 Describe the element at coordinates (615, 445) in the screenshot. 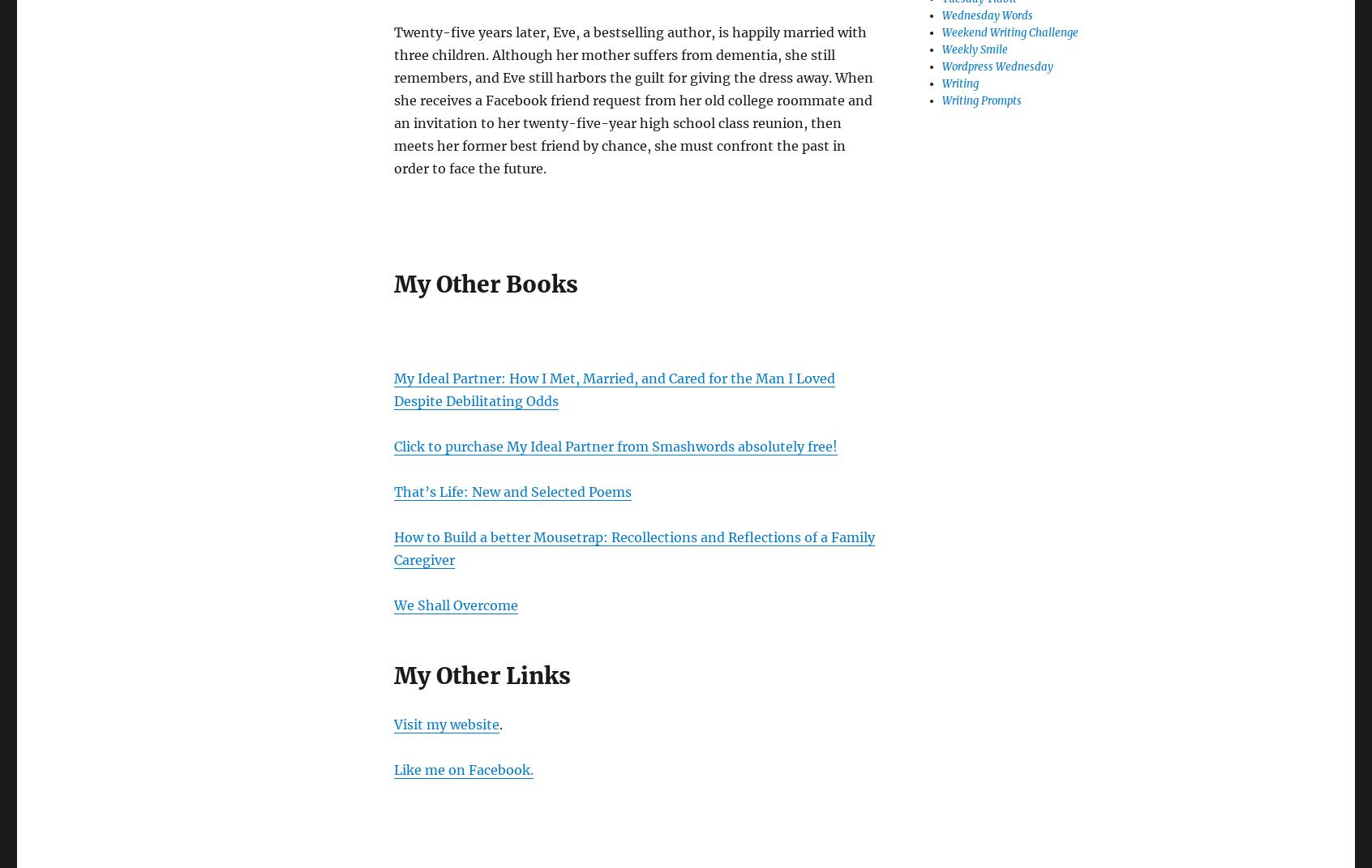

I see `'Click to purchase My Ideal Partner from Smashwords absolutely free!'` at that location.